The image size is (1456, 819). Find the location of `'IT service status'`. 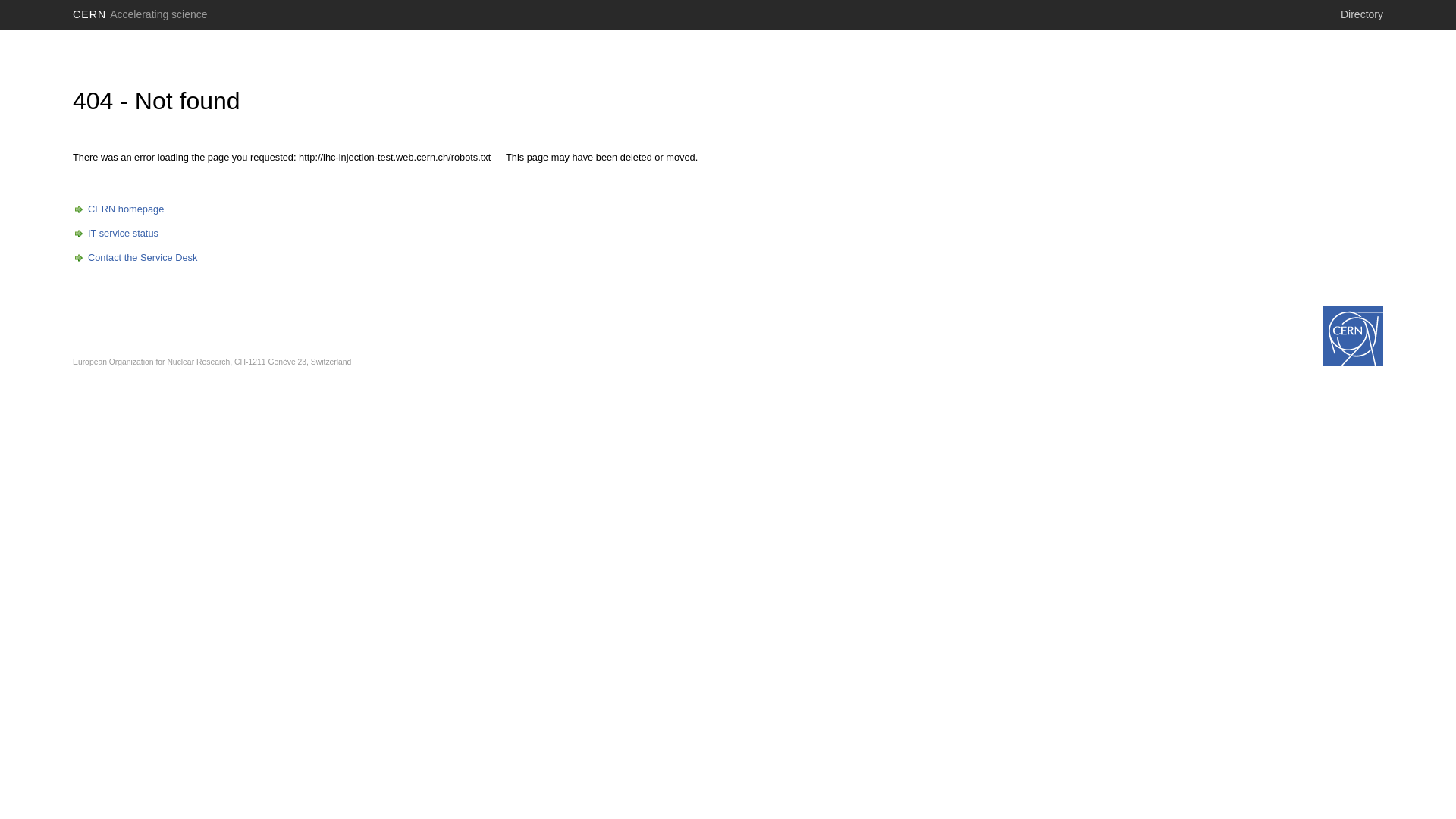

'IT service status' is located at coordinates (115, 233).